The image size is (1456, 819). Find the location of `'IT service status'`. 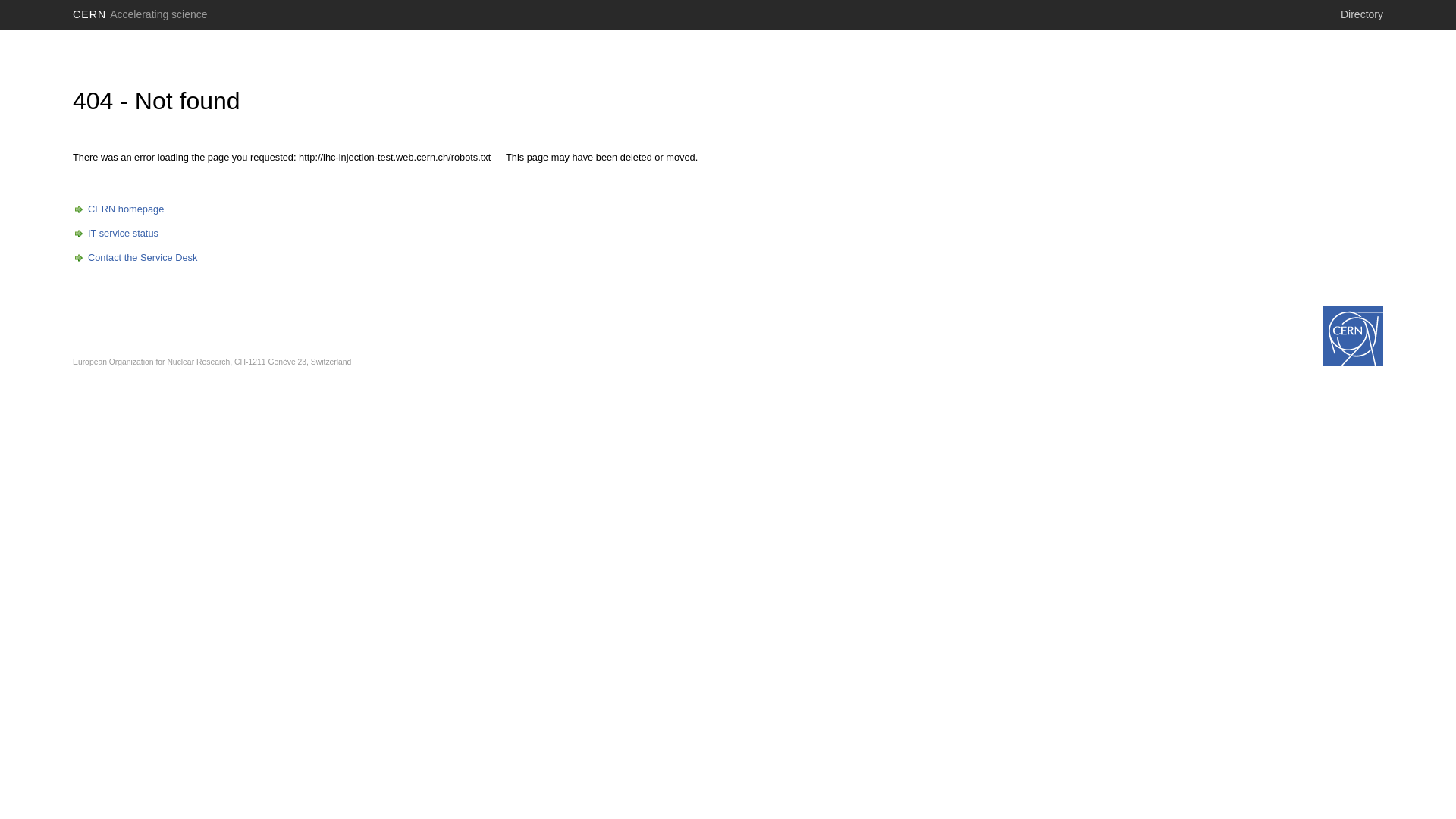

'IT service status' is located at coordinates (115, 233).